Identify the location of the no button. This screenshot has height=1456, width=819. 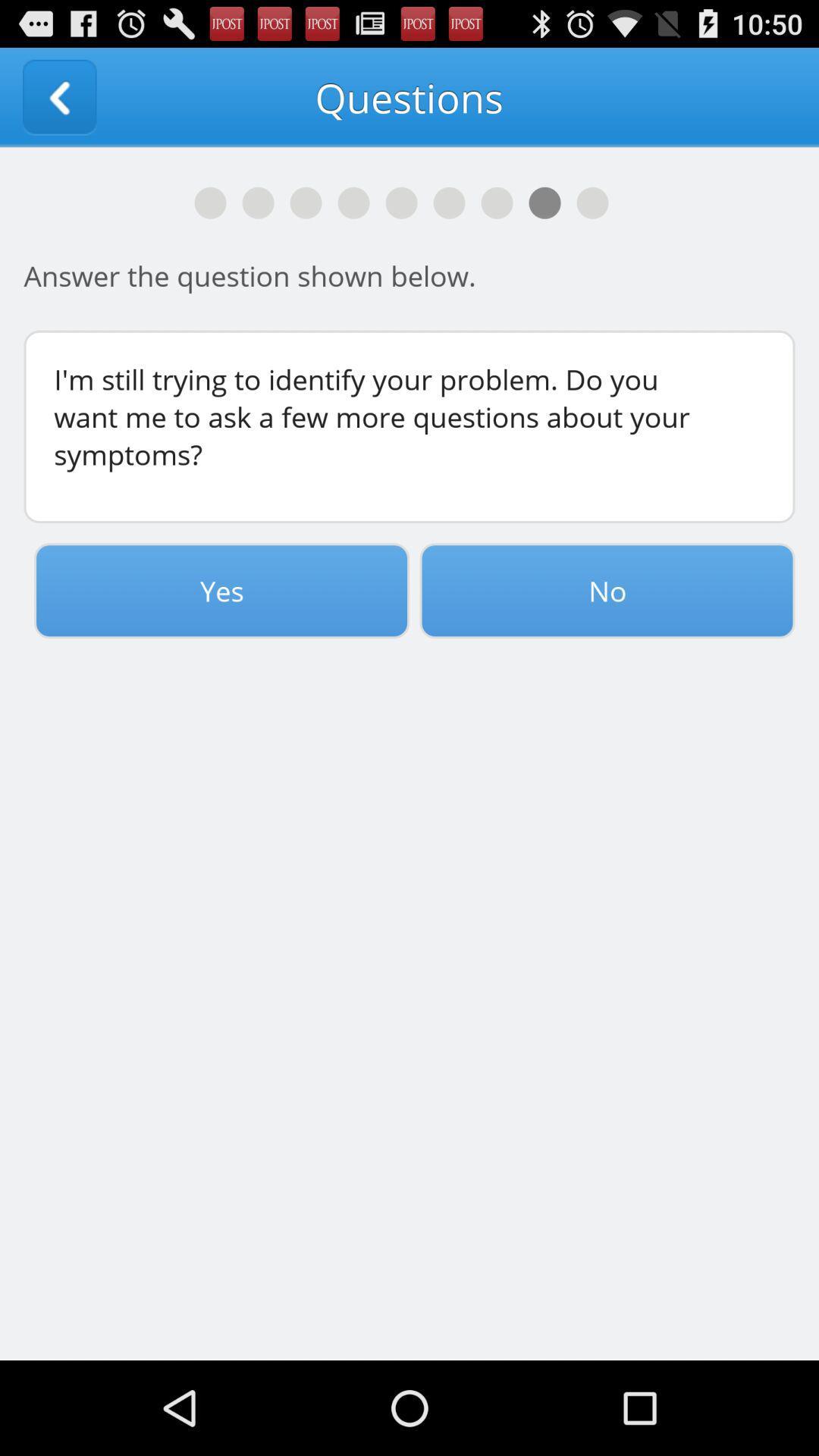
(607, 590).